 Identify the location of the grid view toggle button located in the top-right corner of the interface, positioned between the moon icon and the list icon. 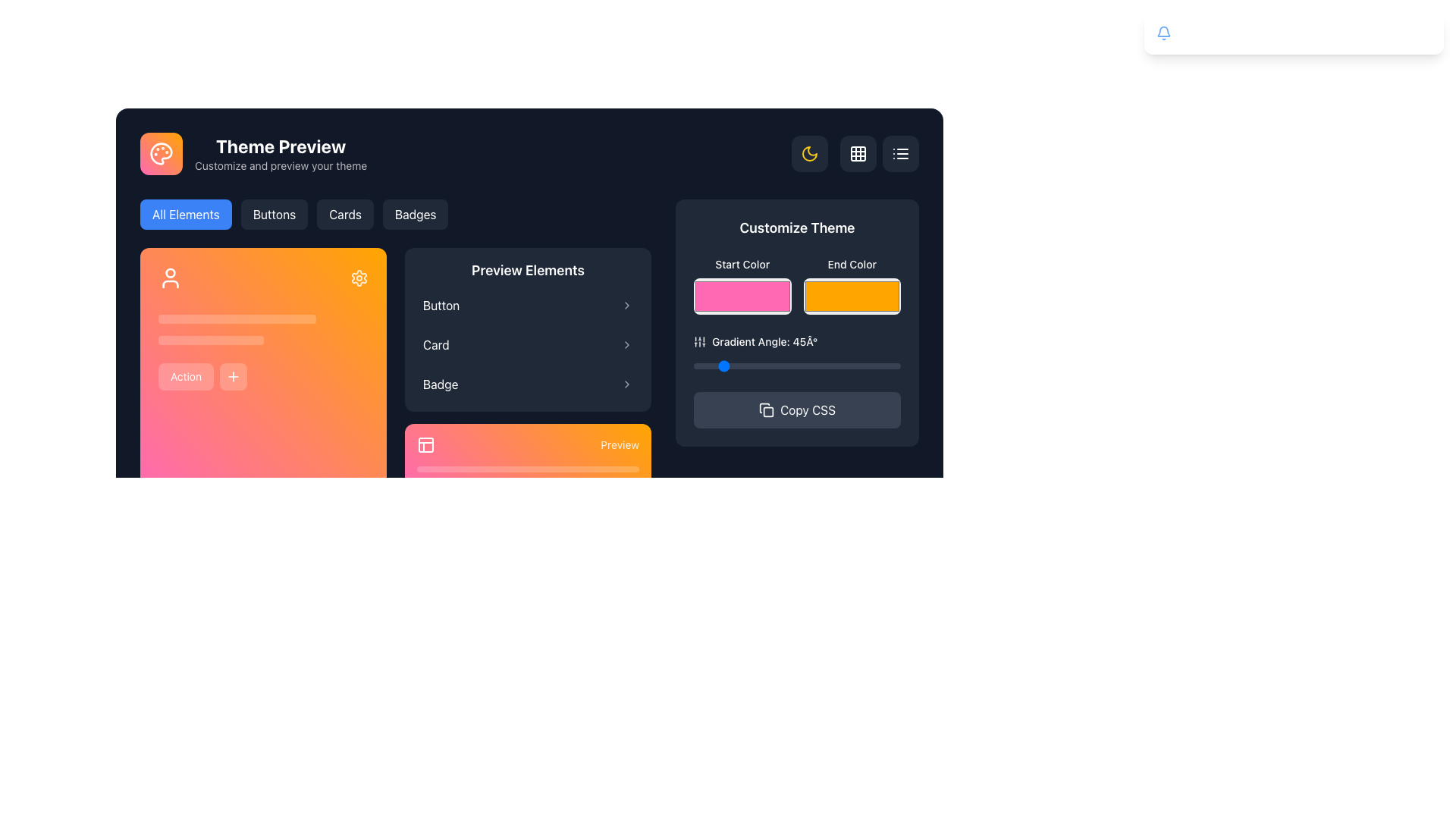
(858, 154).